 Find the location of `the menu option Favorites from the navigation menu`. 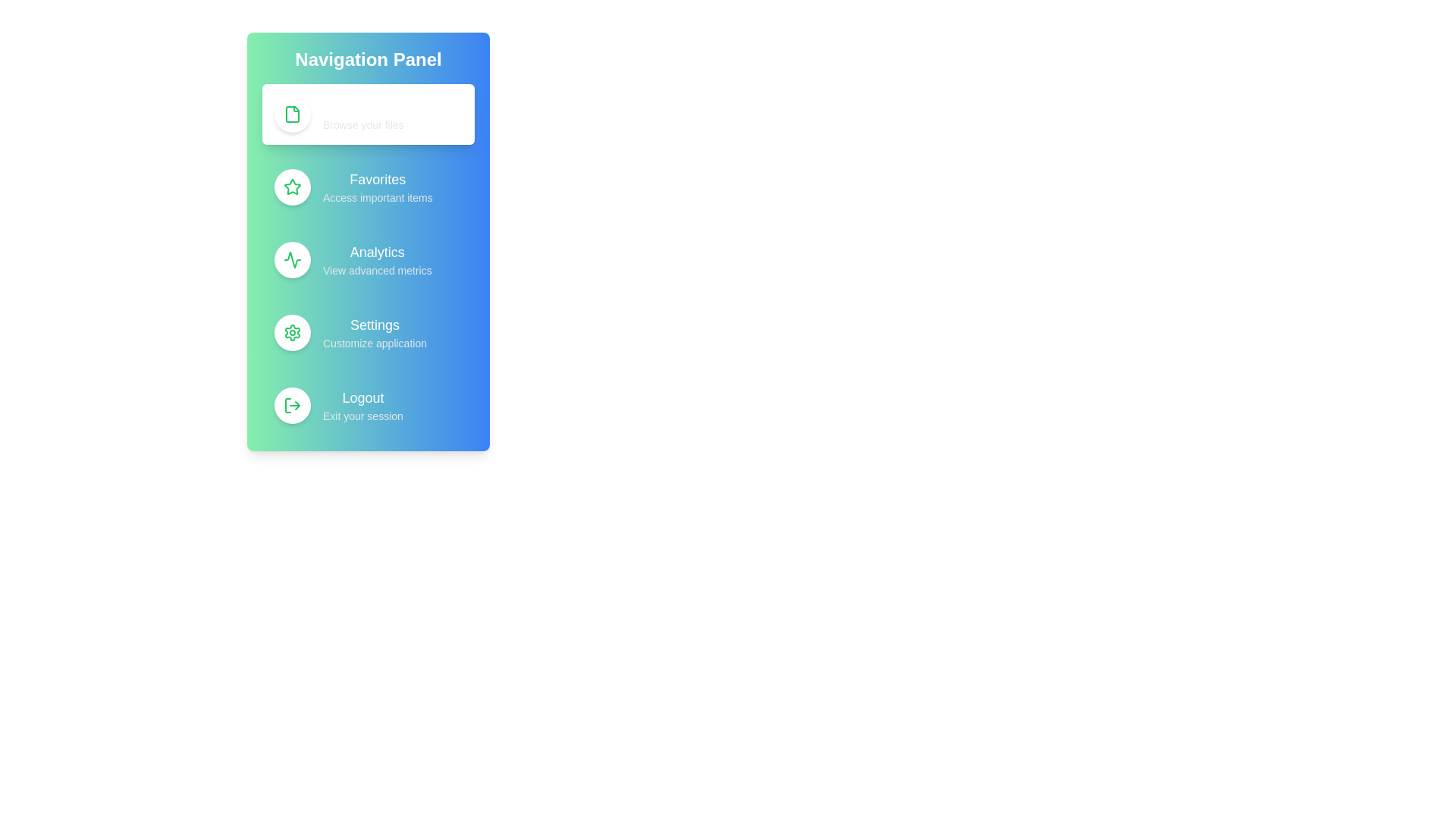

the menu option Favorites from the navigation menu is located at coordinates (368, 186).